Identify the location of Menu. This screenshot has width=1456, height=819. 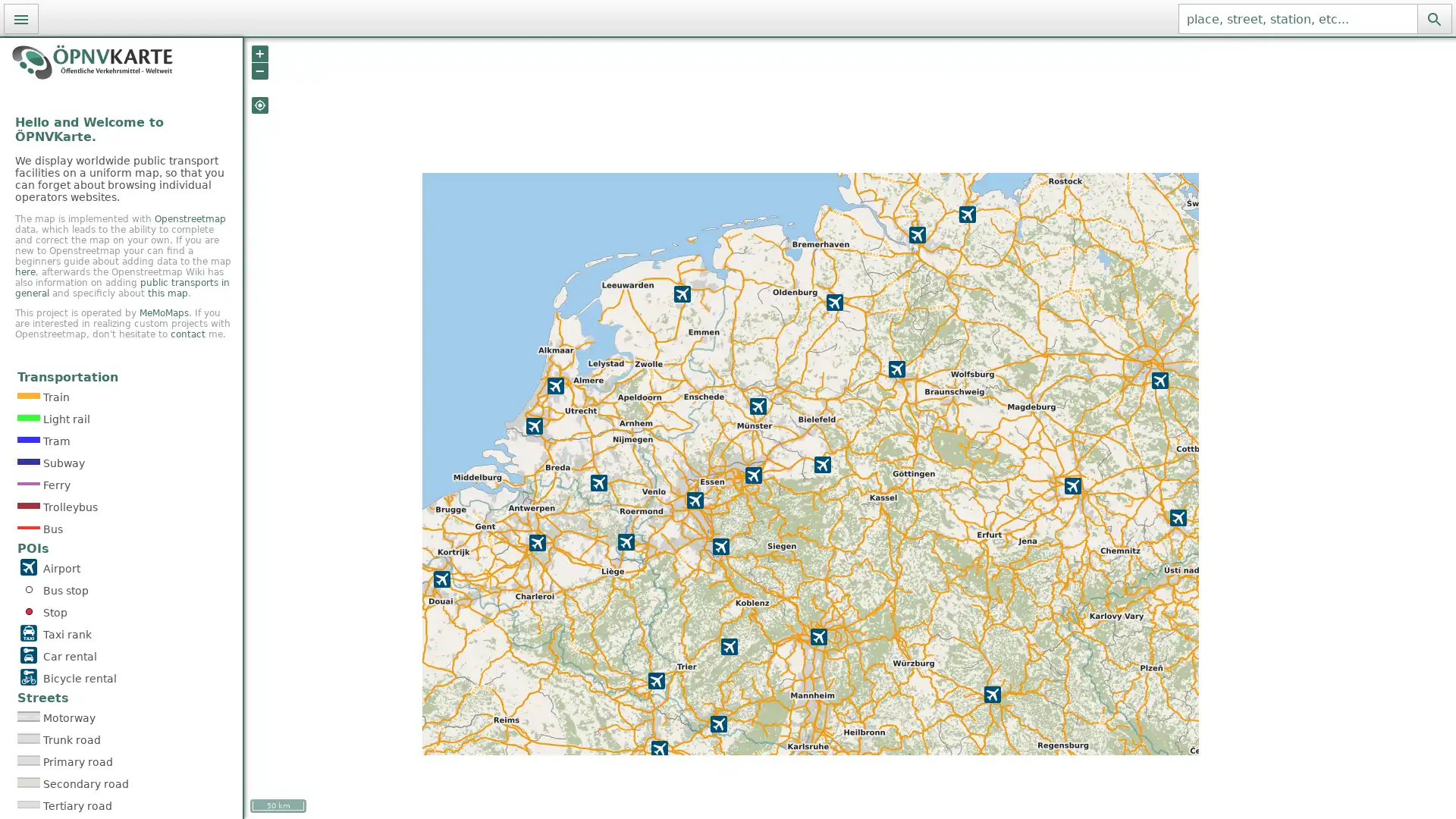
(21, 18).